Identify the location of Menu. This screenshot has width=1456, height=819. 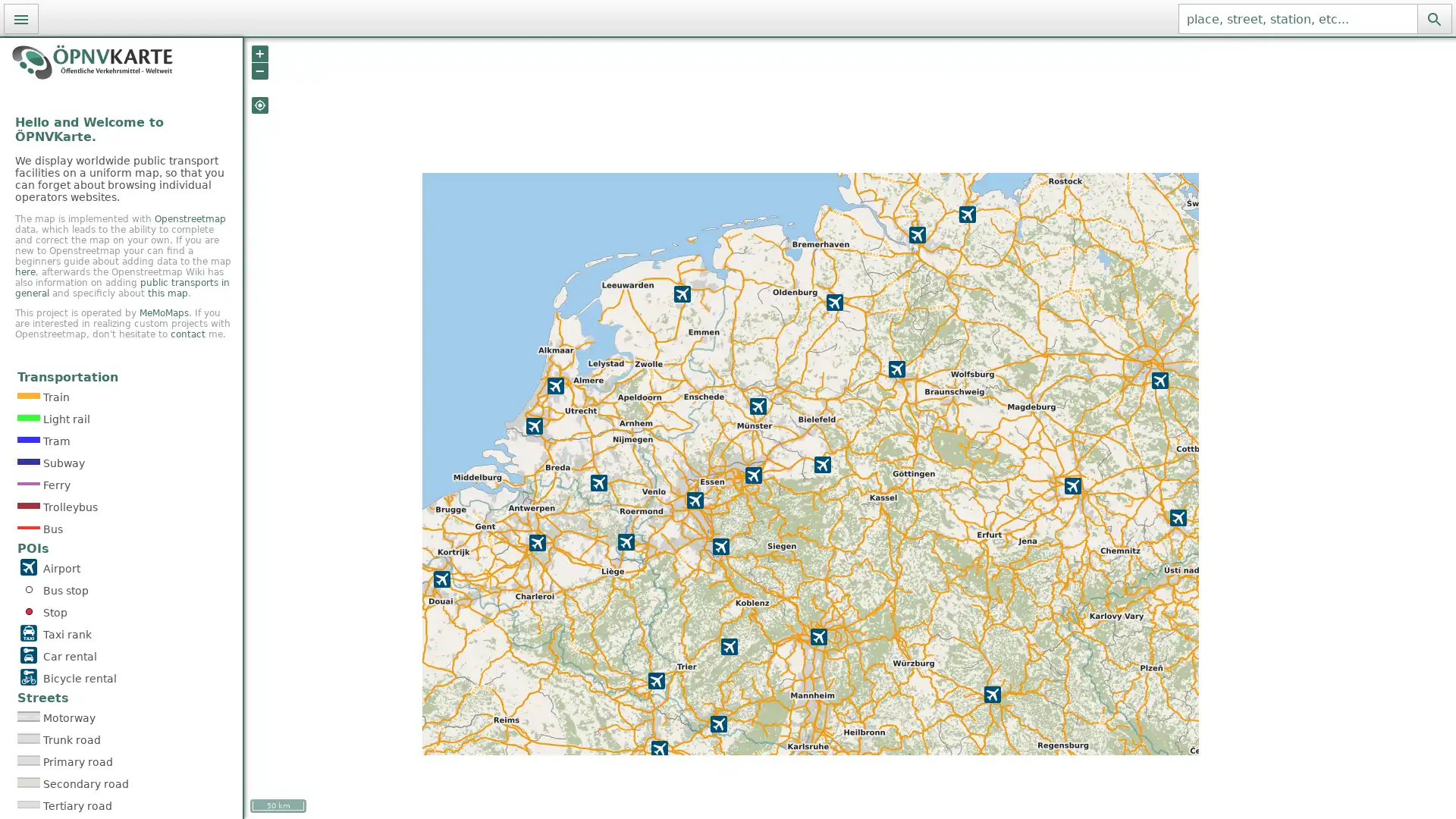
(21, 18).